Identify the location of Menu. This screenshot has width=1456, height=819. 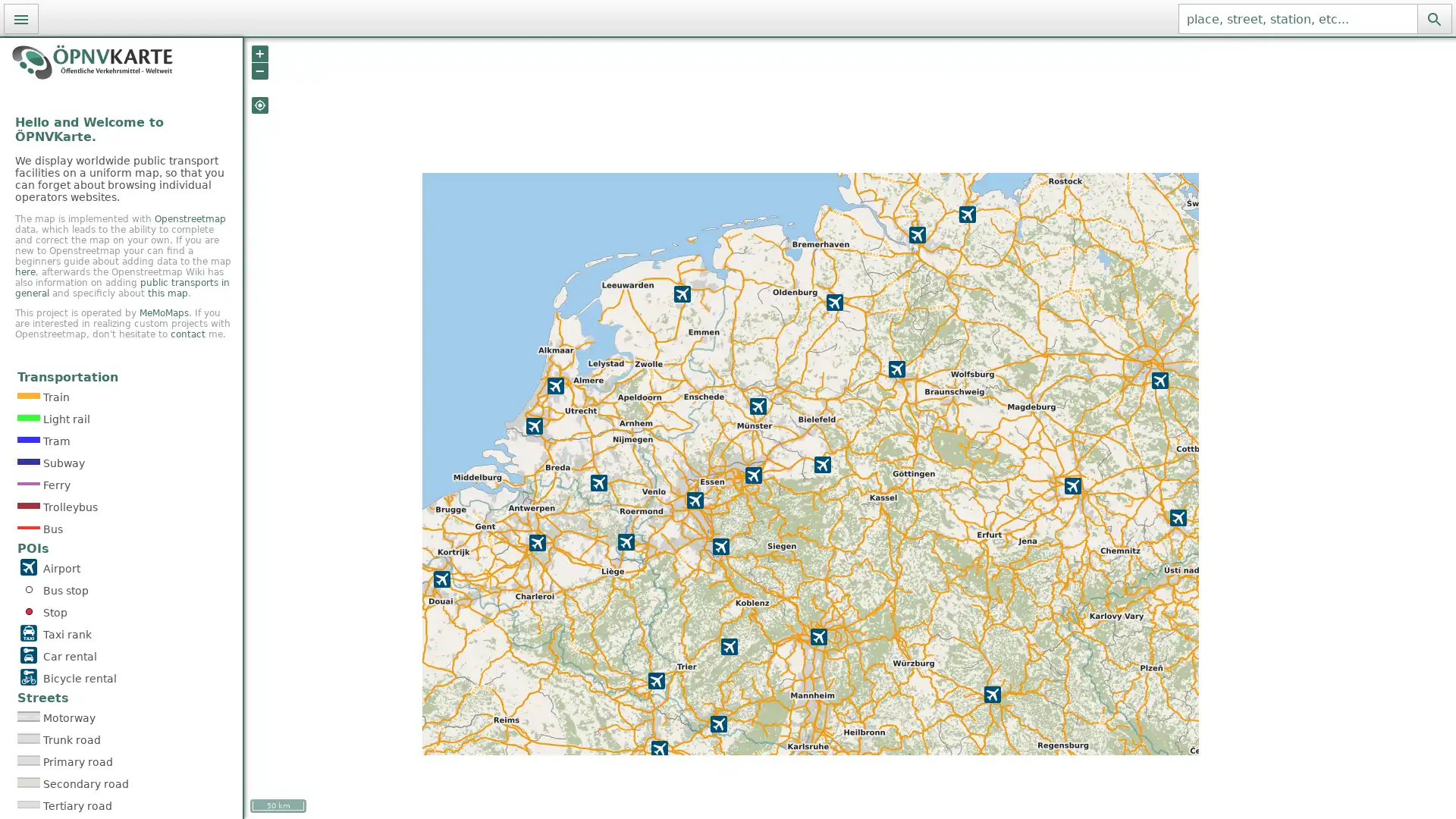
(21, 18).